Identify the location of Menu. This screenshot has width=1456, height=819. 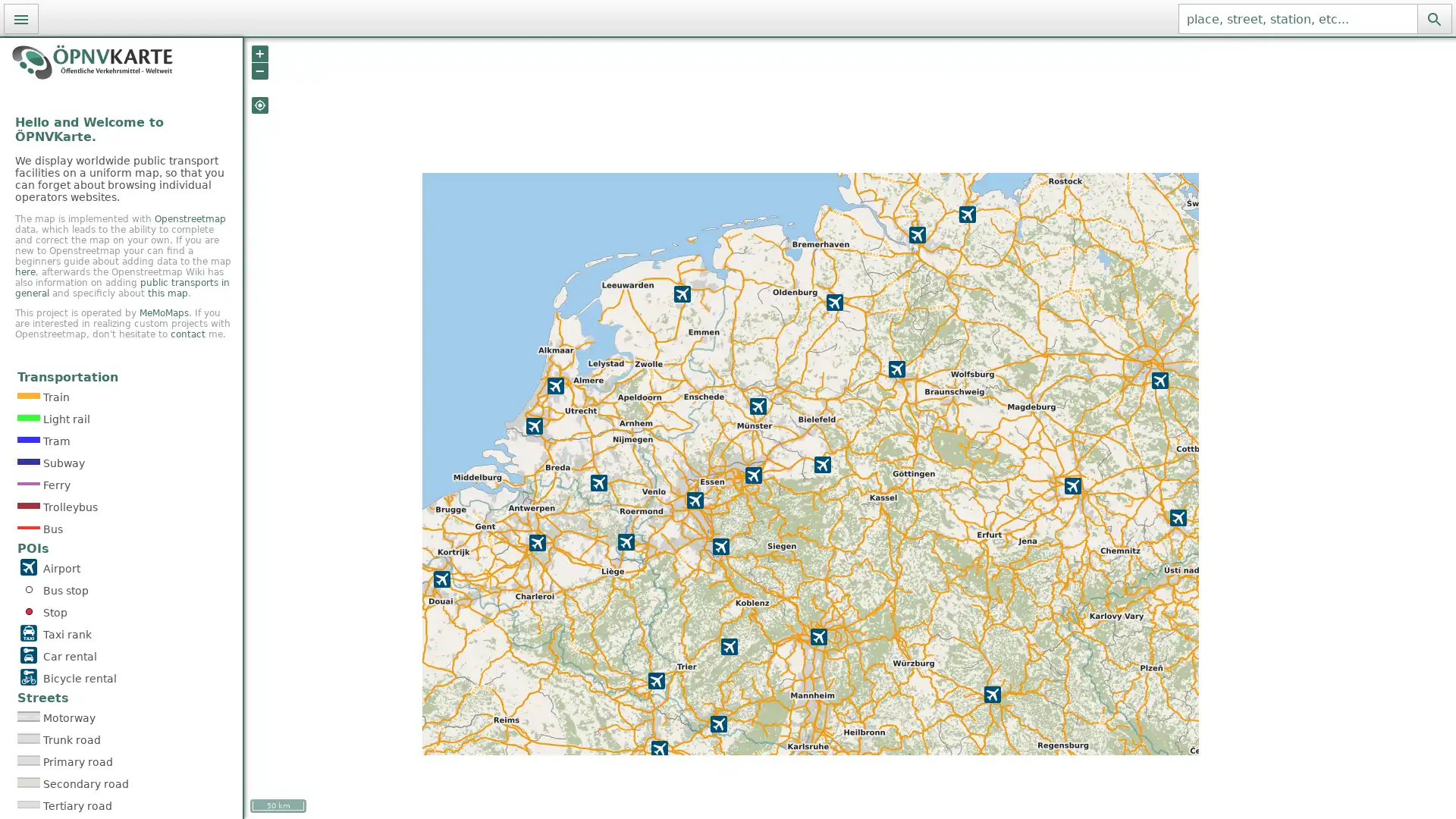
(21, 18).